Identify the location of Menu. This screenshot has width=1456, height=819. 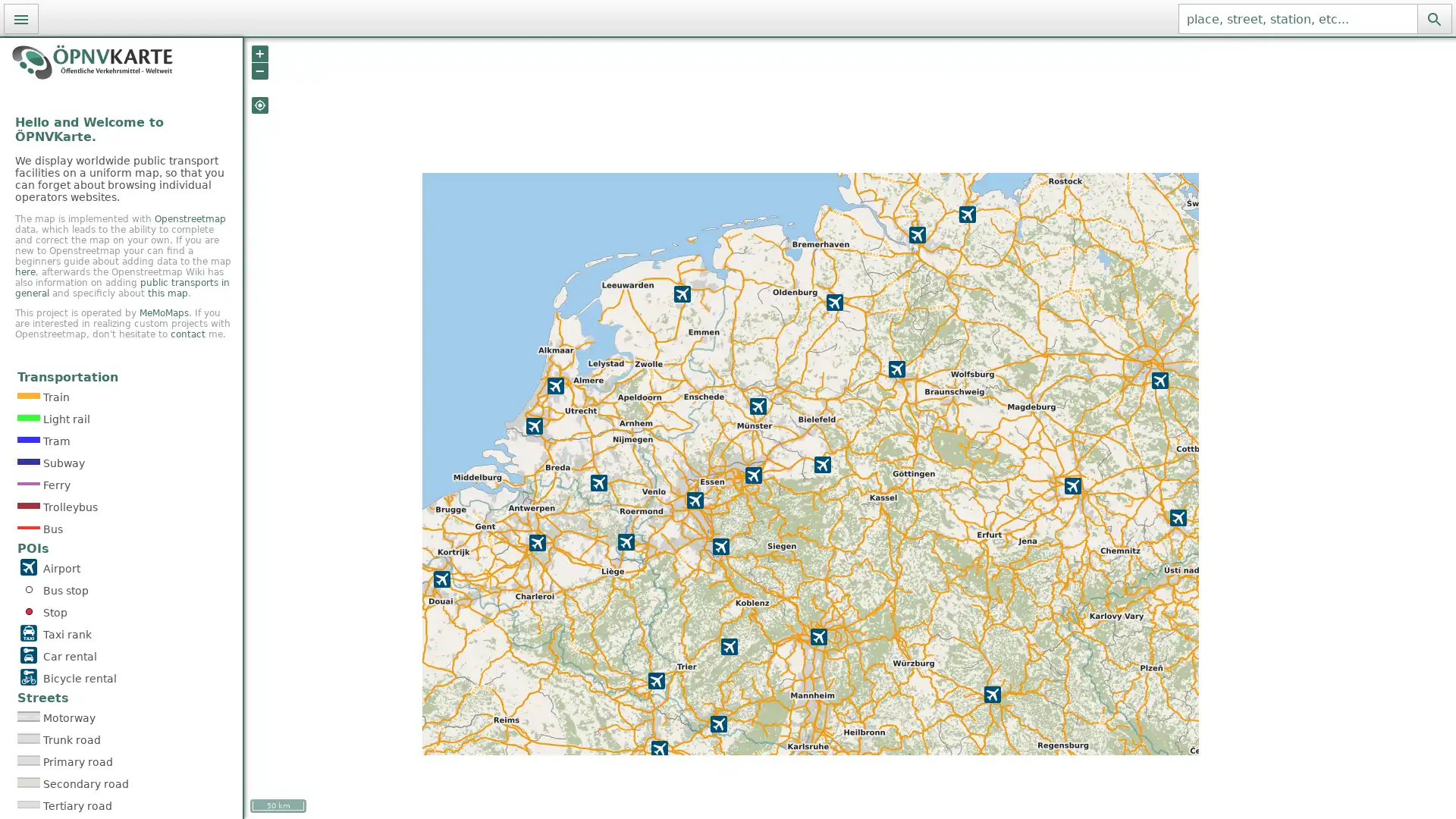
(21, 18).